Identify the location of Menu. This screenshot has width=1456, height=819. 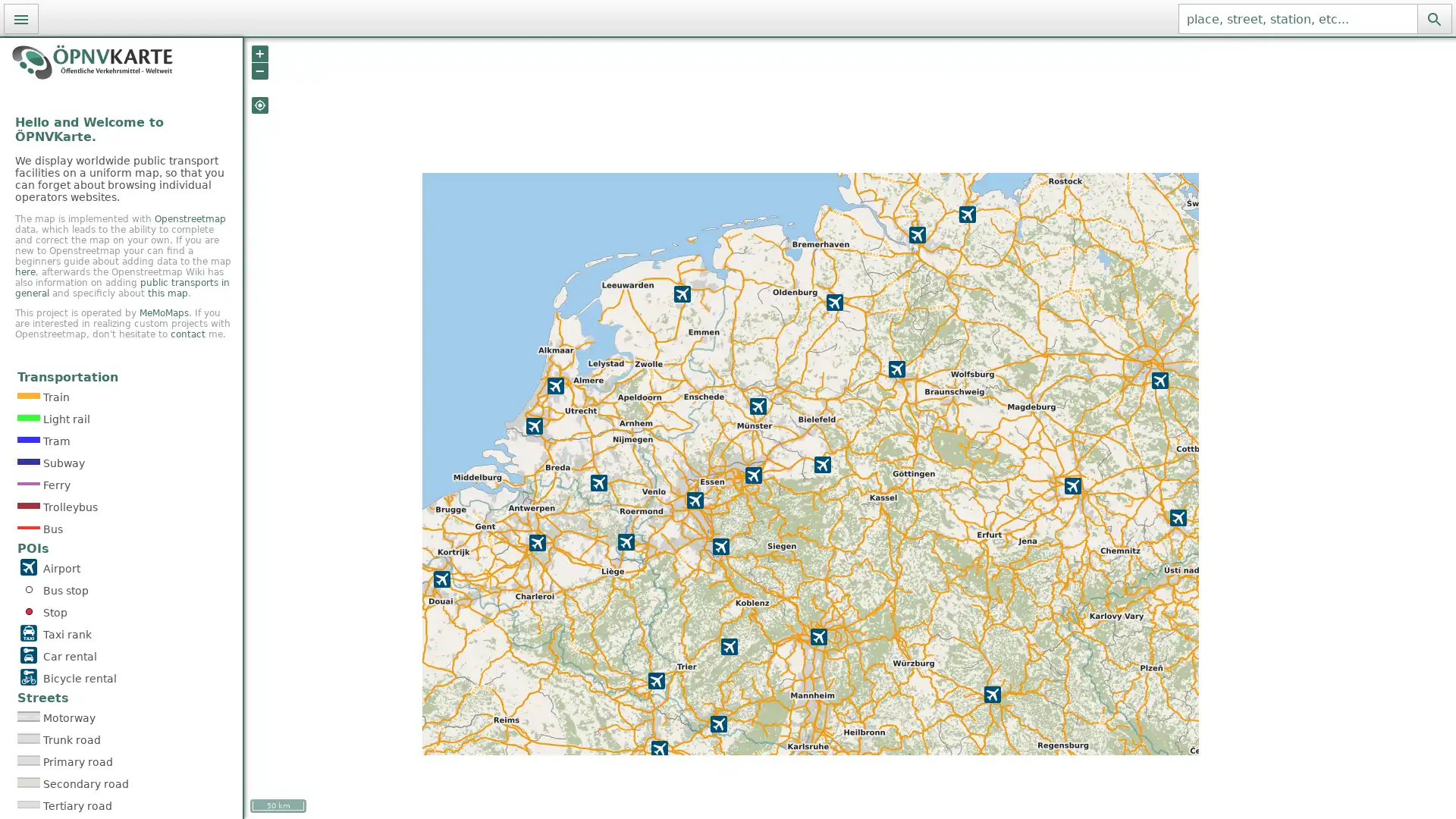
(21, 18).